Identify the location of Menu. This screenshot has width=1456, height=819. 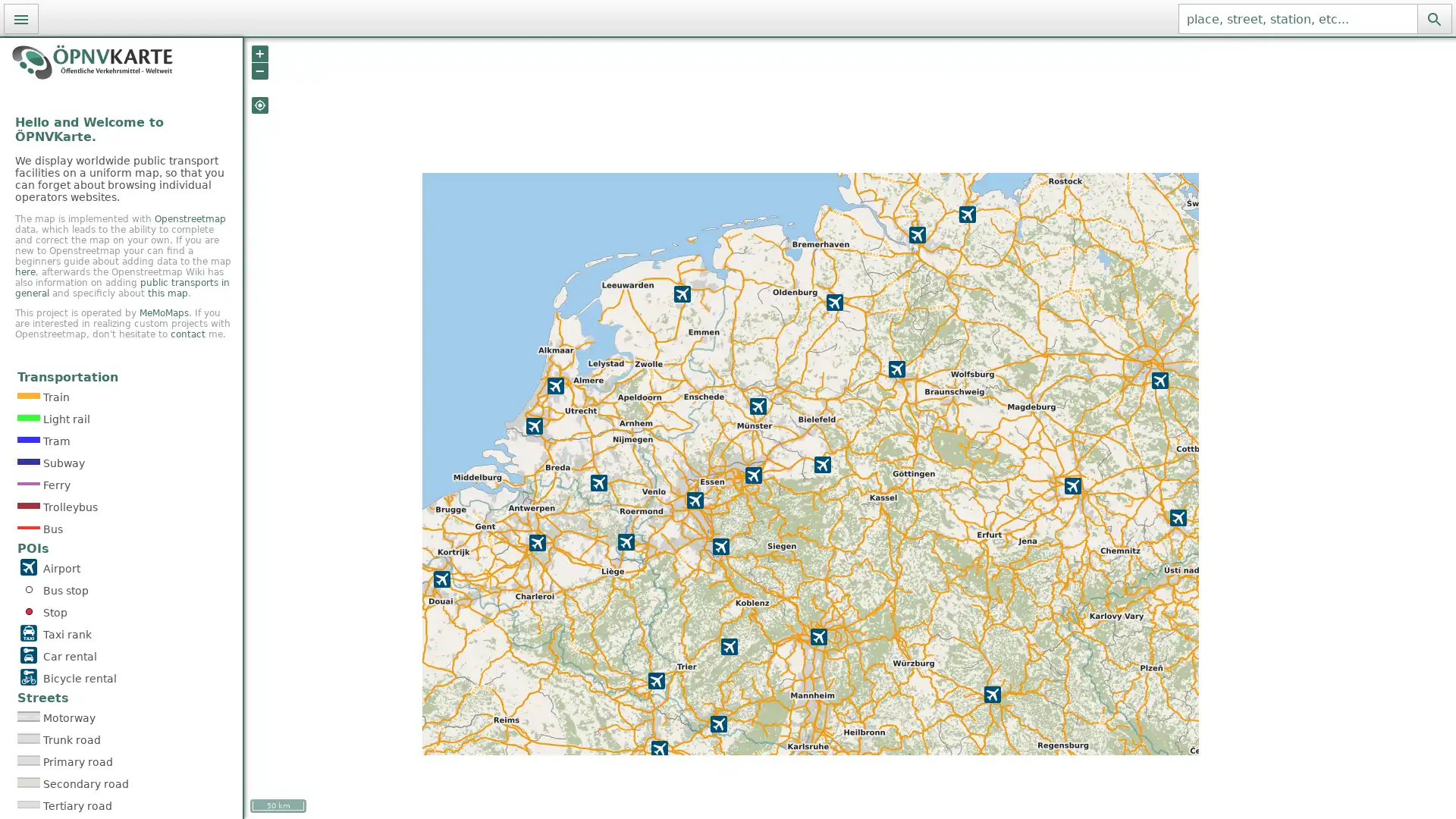
(21, 18).